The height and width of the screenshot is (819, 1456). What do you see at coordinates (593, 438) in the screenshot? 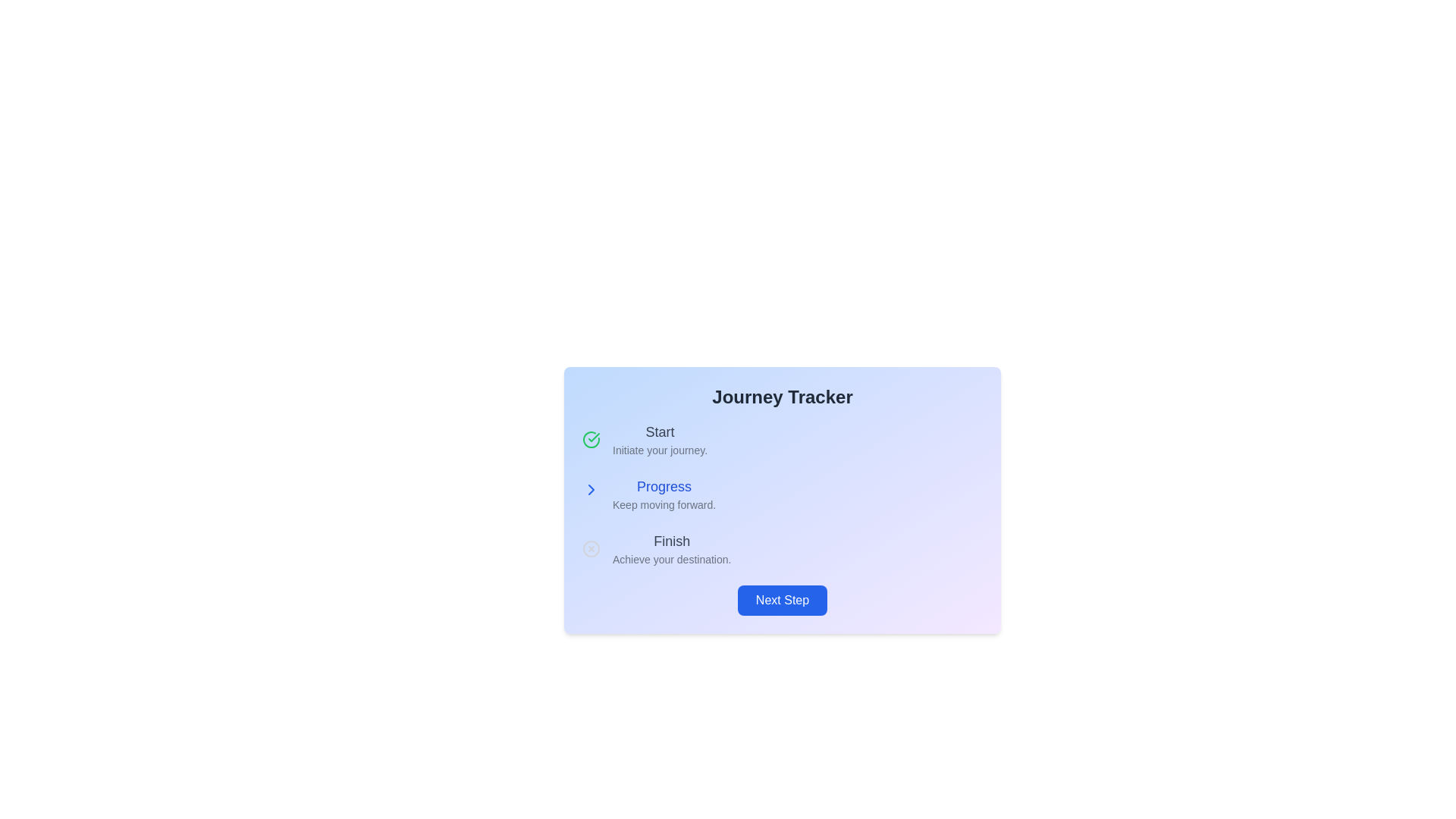
I see `the progress icon that signifies success for the 'Start' step in the workflow, located next to the 'Start' label` at bounding box center [593, 438].